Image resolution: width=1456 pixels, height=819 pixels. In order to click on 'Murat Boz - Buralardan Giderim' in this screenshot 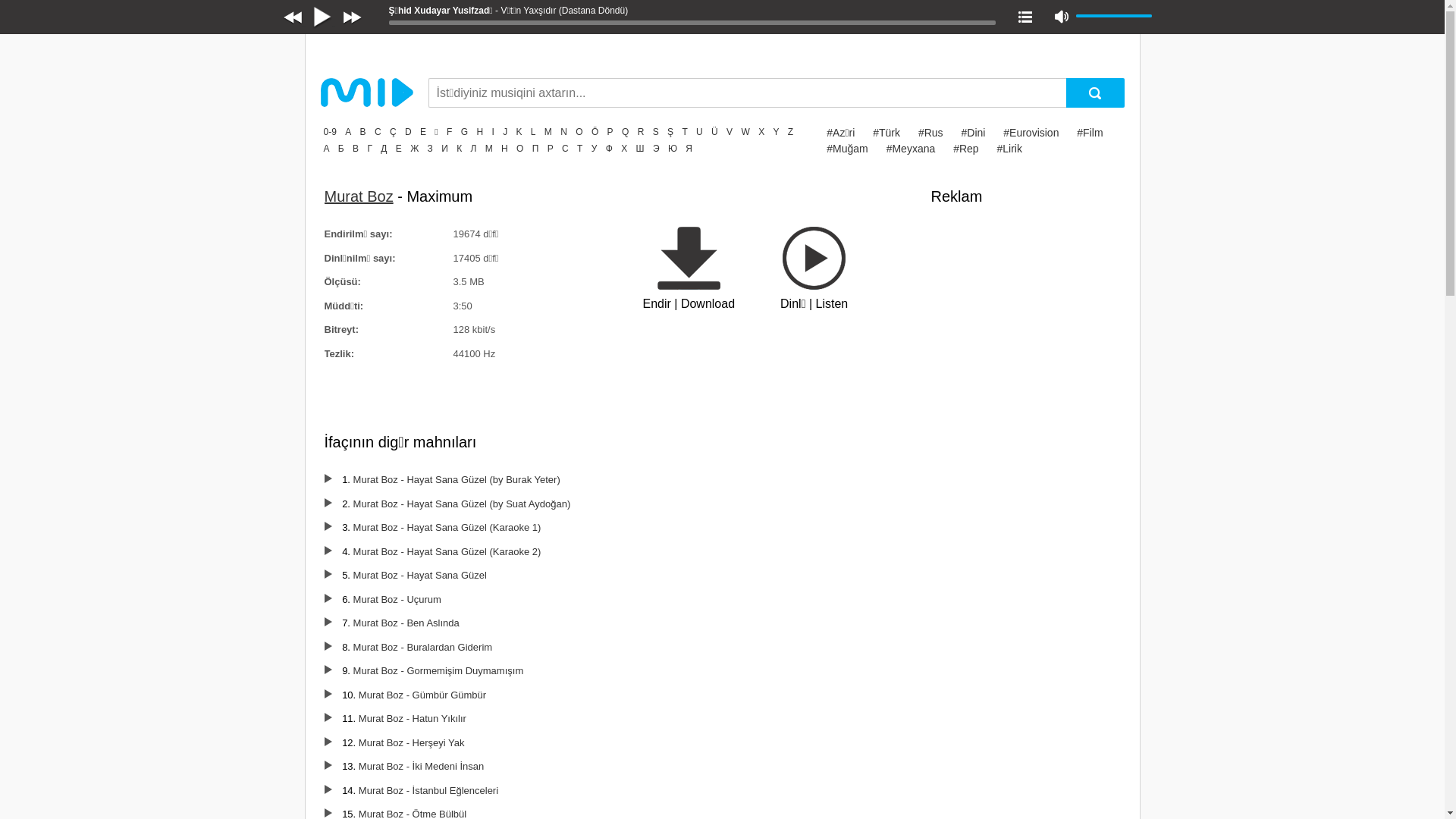, I will do `click(422, 647)`.